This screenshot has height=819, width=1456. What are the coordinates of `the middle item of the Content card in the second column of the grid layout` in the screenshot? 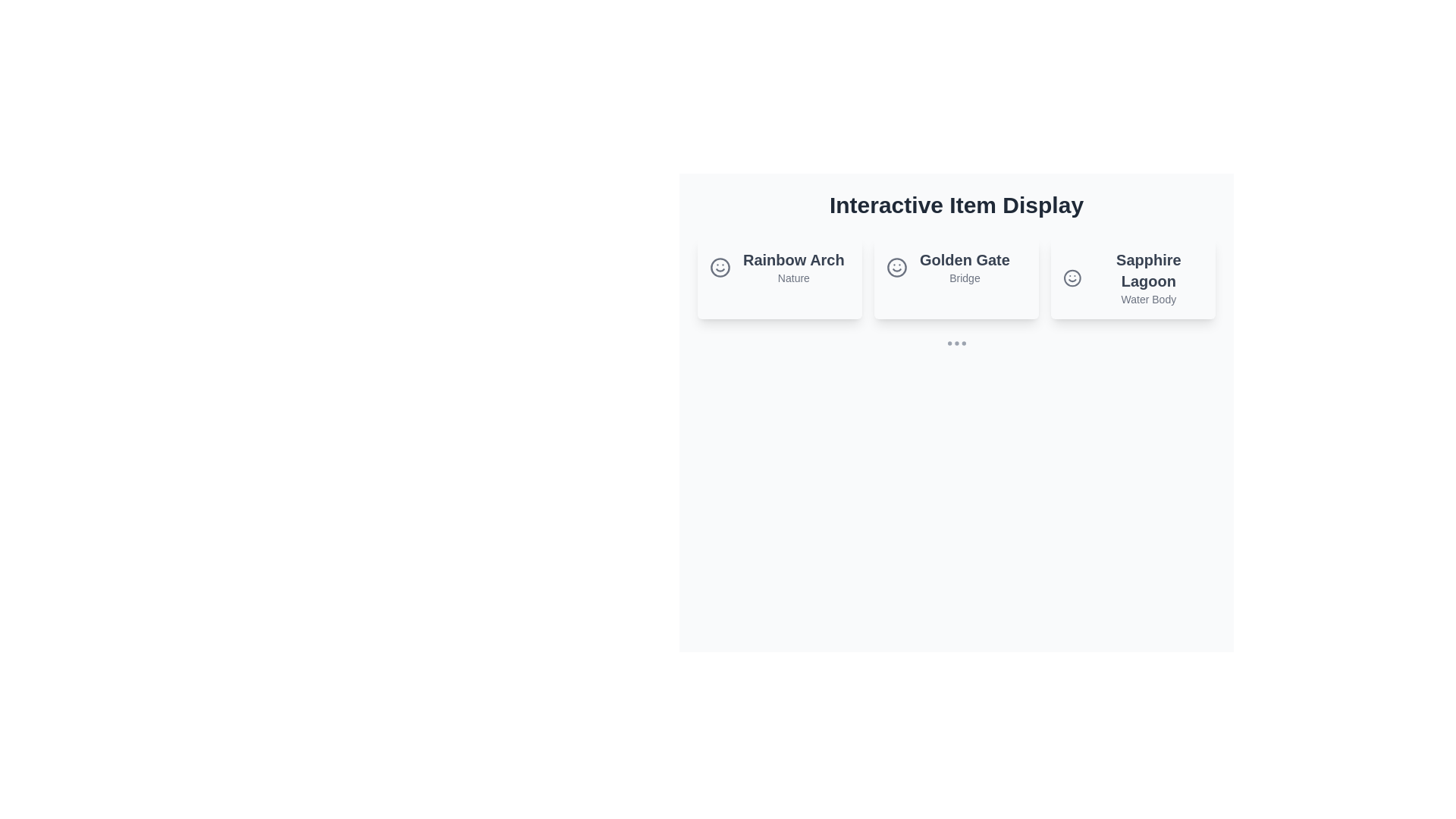 It's located at (955, 278).